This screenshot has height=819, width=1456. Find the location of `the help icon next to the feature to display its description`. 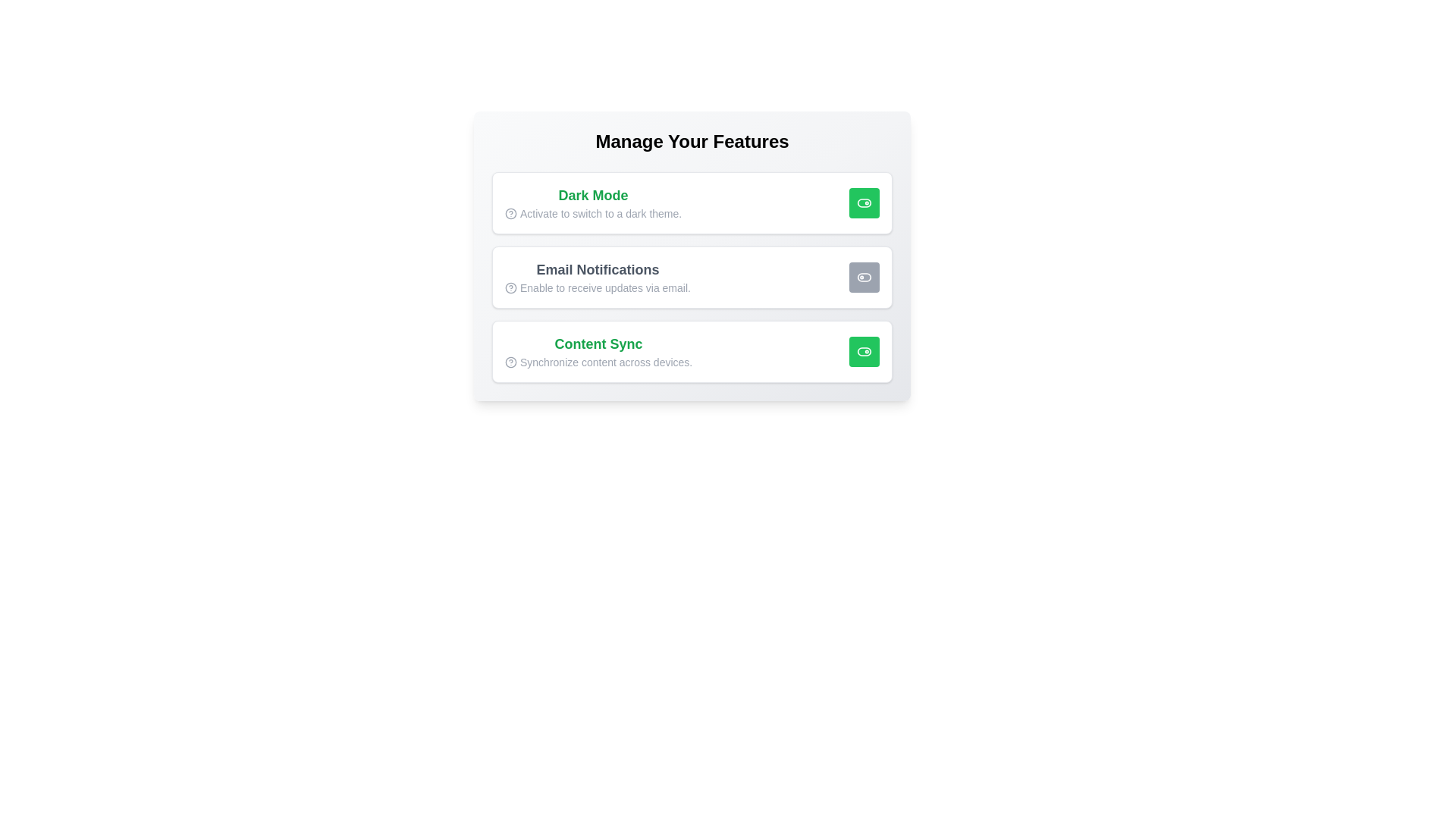

the help icon next to the feature to display its description is located at coordinates (510, 213).